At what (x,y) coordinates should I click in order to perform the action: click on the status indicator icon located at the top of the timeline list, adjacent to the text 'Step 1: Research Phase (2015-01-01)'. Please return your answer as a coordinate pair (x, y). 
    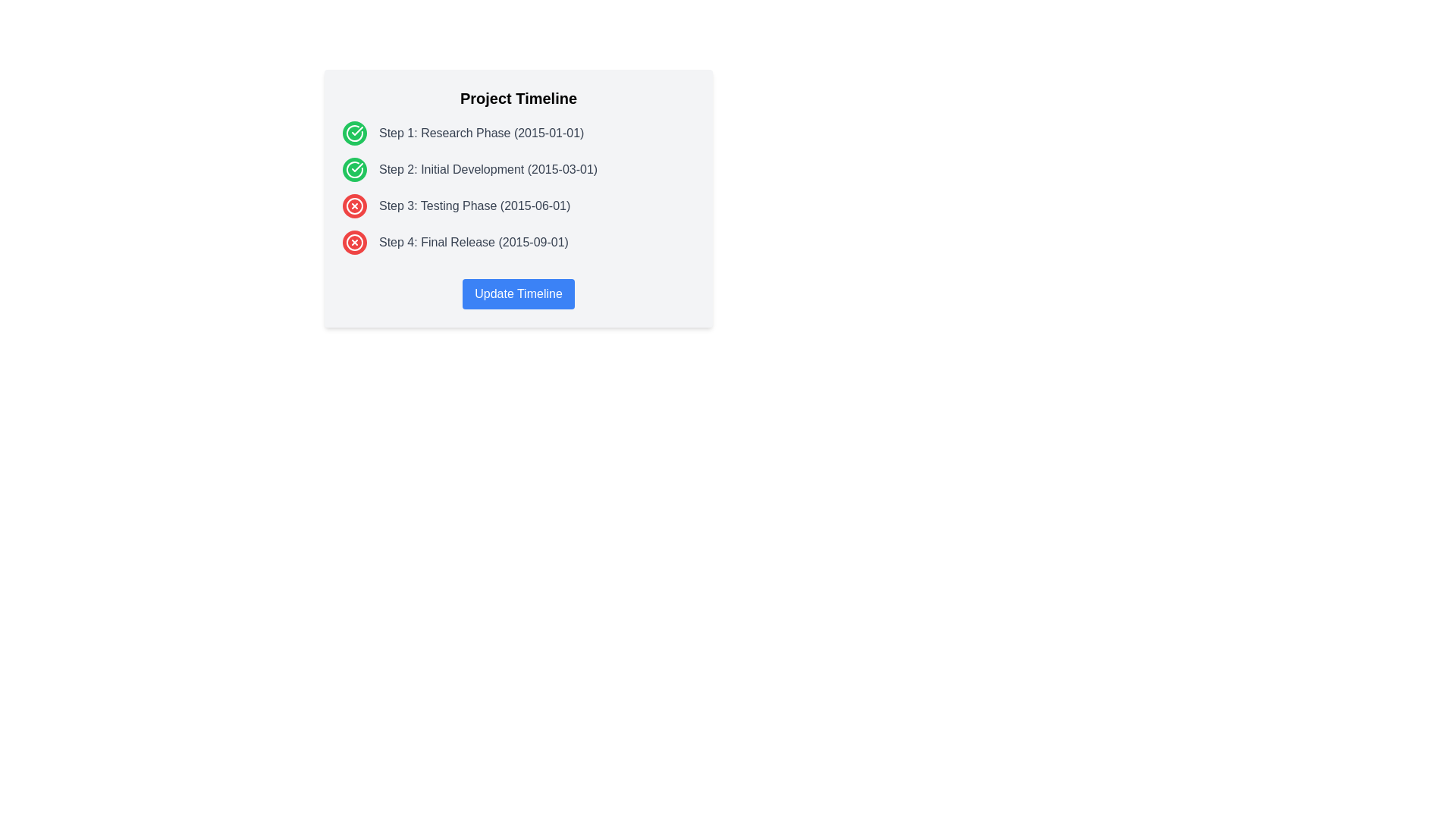
    Looking at the image, I should click on (353, 133).